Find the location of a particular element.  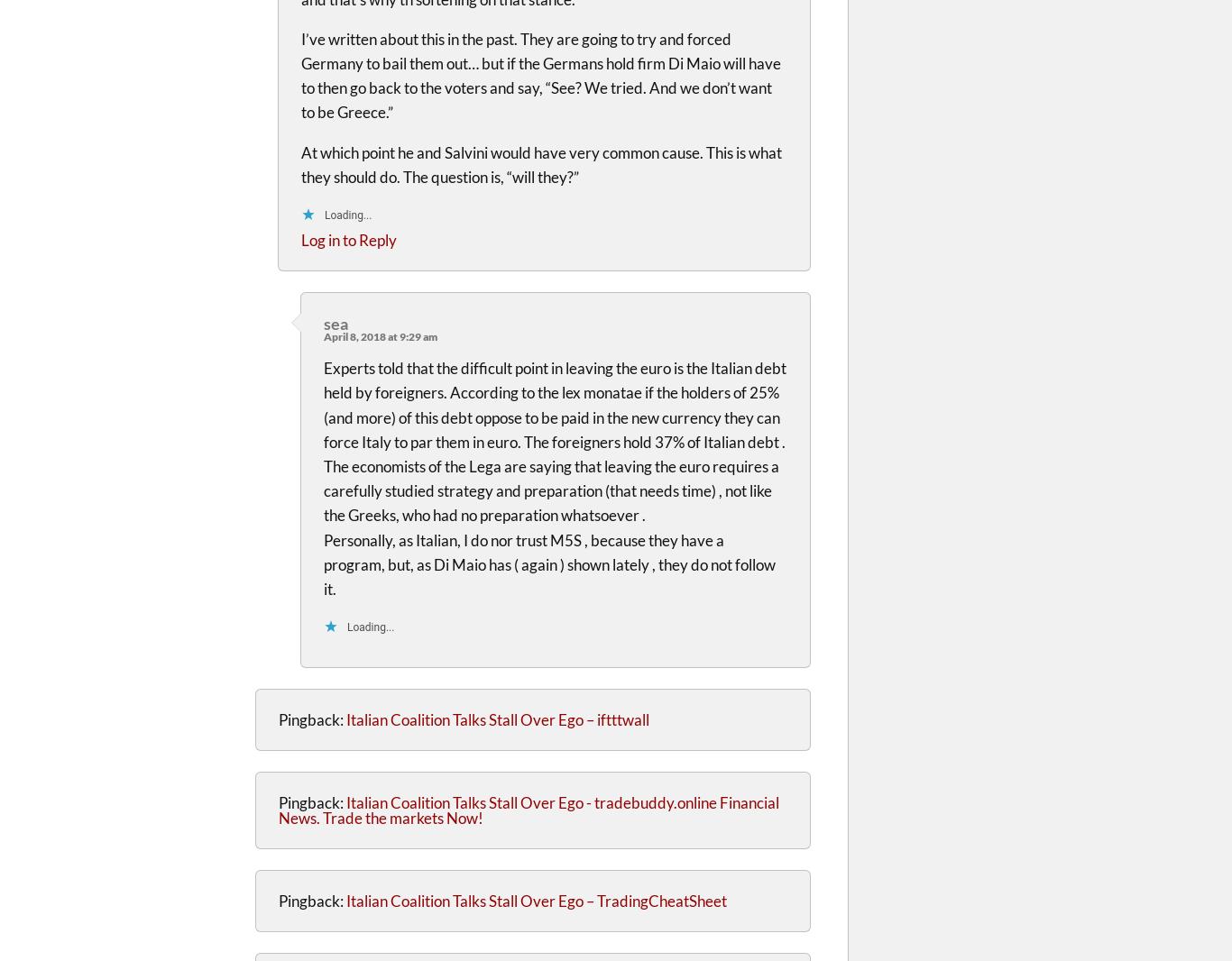

'The economists of the Lega are saying that leaving the euro requires  a carefully studied strategy and preparation (that needs time)  , not like the Greeks, who had no preparation whatsoever .' is located at coordinates (322, 489).